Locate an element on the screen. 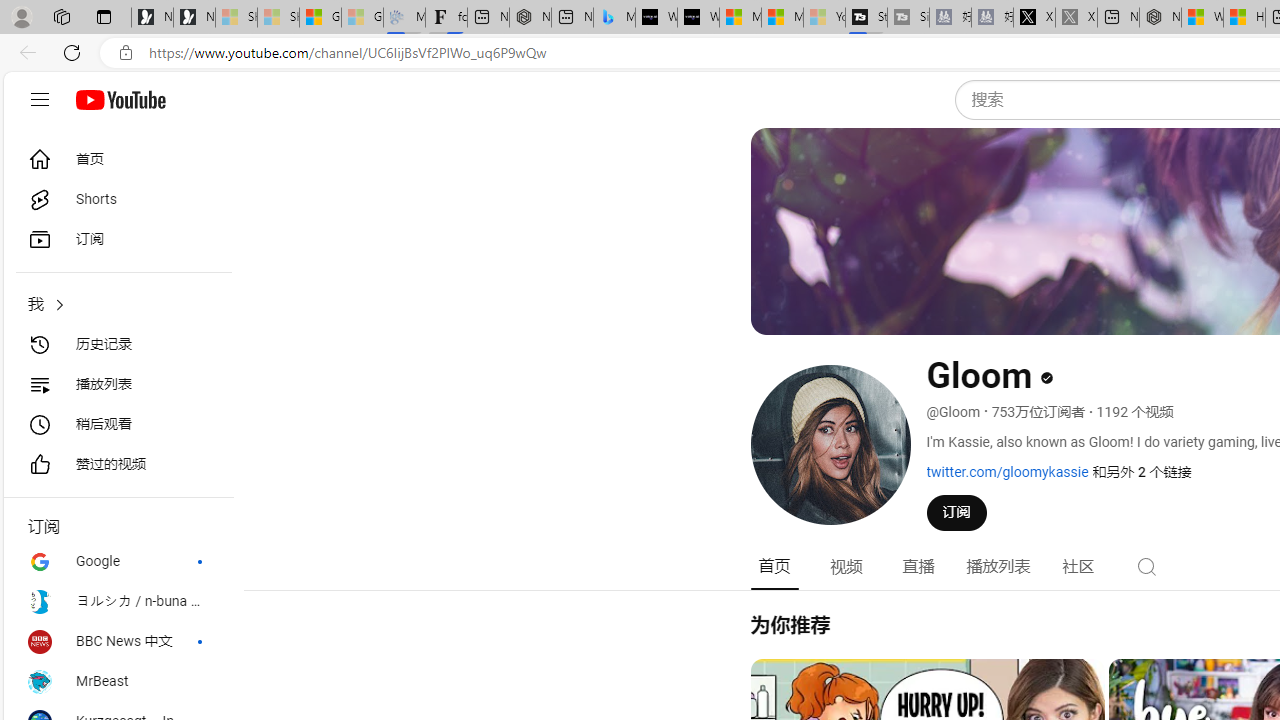 Image resolution: width=1280 pixels, height=720 pixels. 'Huge shark washes ashore at New York City beach | Watch' is located at coordinates (1243, 17).